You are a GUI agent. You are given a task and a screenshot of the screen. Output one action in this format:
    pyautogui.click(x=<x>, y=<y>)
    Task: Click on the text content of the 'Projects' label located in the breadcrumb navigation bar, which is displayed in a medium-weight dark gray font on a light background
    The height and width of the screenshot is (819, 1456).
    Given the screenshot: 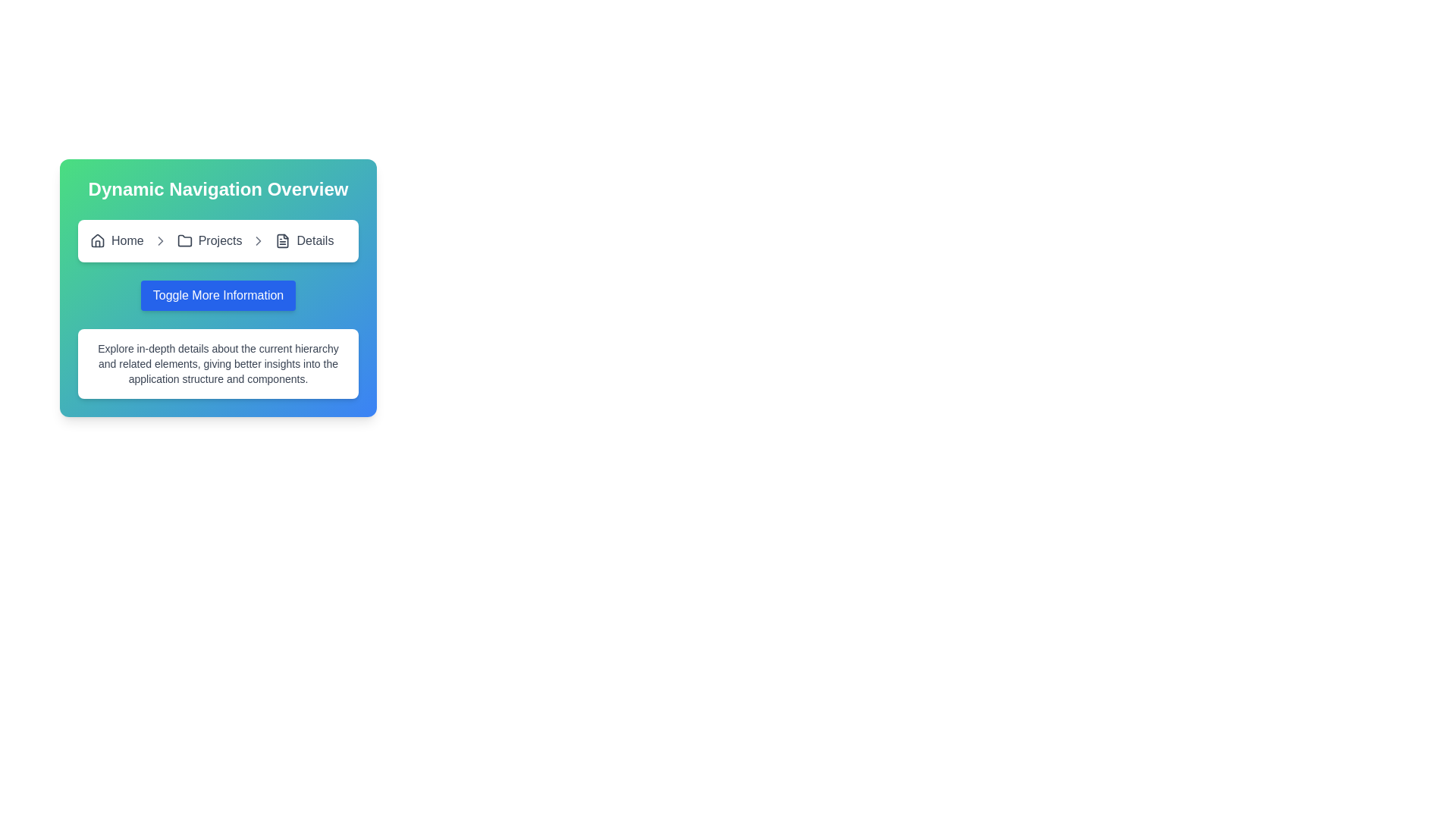 What is the action you would take?
    pyautogui.click(x=219, y=240)
    